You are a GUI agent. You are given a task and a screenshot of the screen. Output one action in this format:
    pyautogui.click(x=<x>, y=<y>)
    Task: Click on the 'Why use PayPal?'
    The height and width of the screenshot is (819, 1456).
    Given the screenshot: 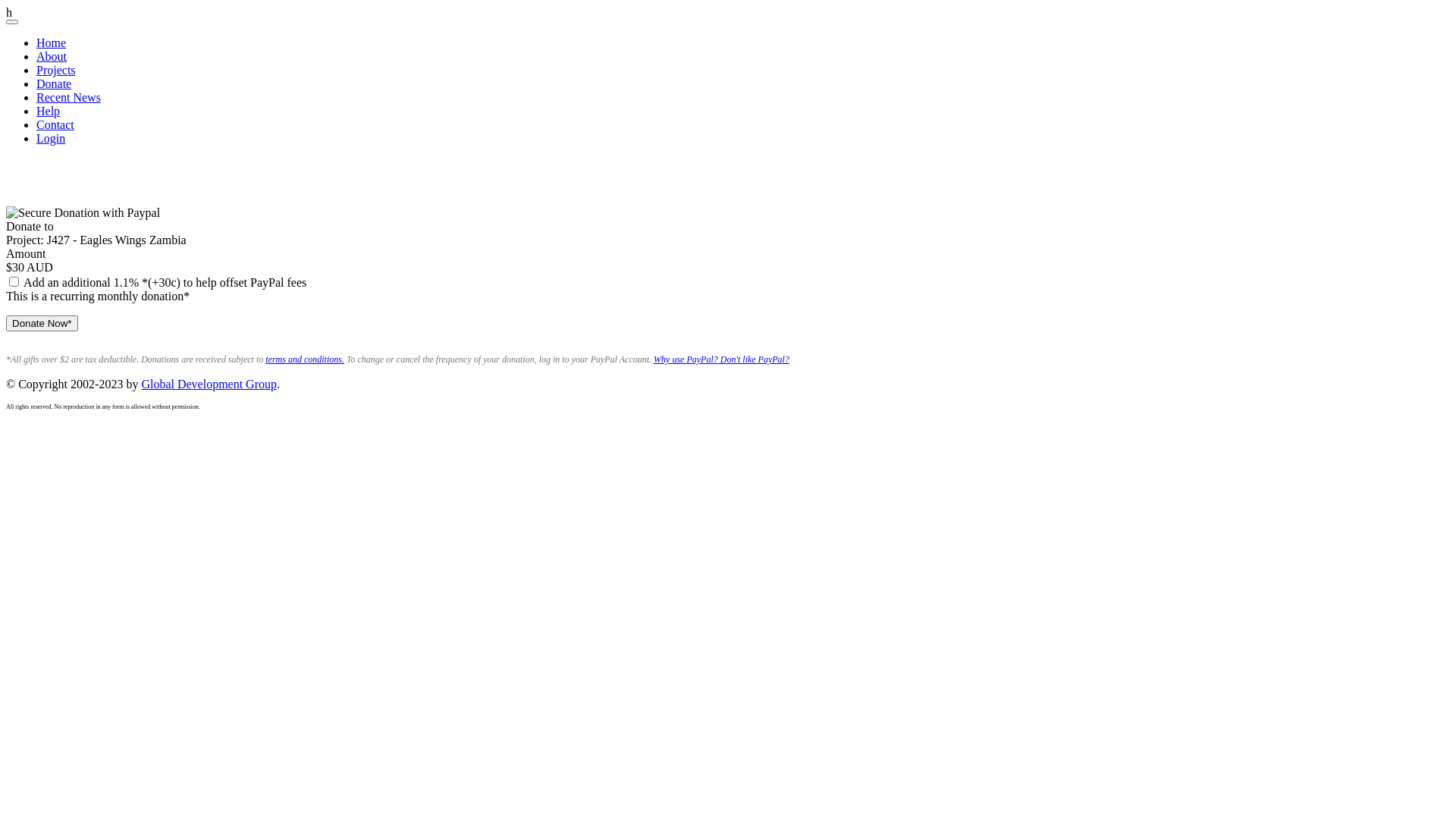 What is the action you would take?
    pyautogui.click(x=654, y=359)
    